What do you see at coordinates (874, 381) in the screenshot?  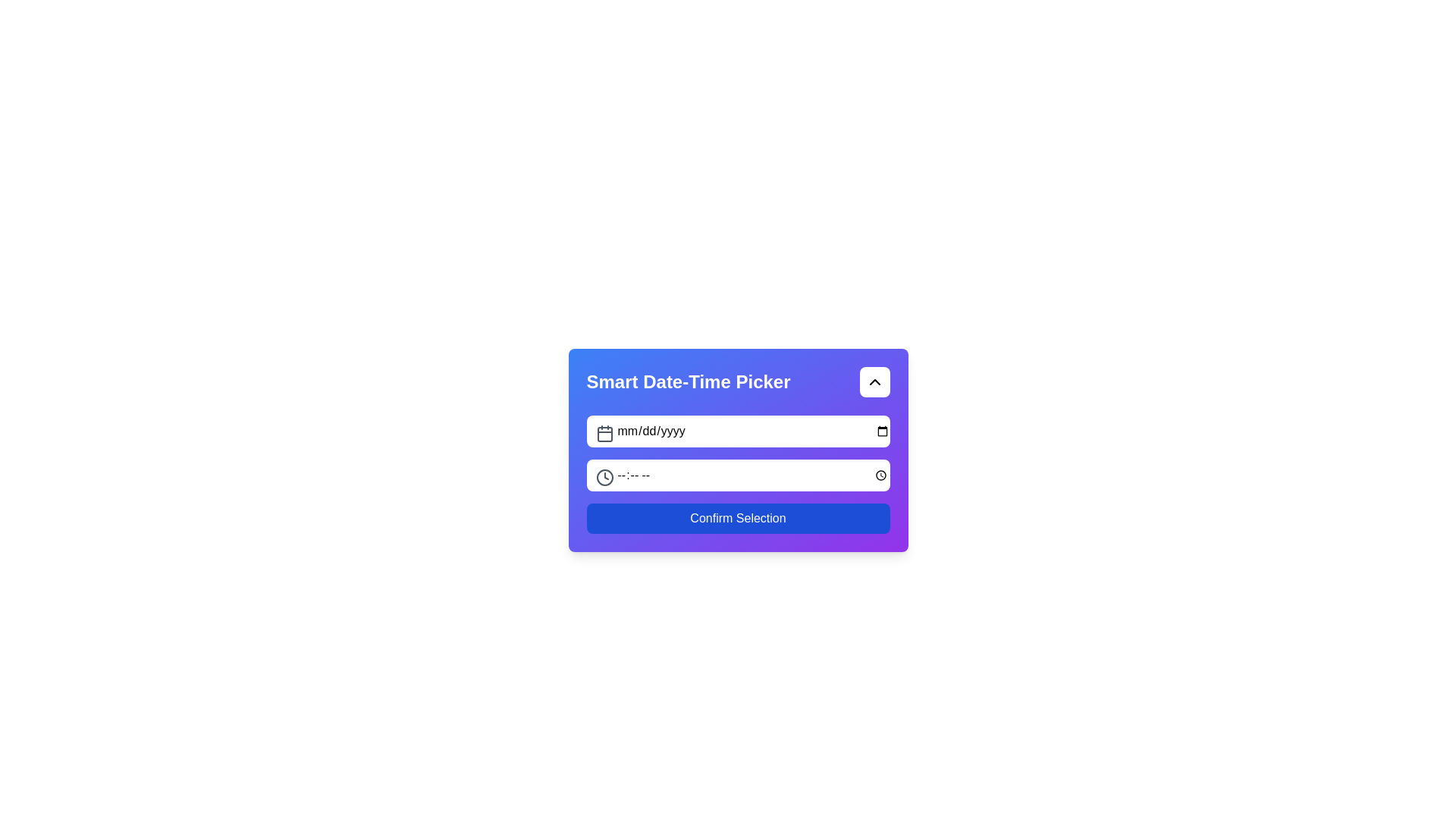 I see `the compact square button with a white background and black upward-pointing chevron icon located at the top-right corner of the 'Smart Date-Time Picker' interface` at bounding box center [874, 381].